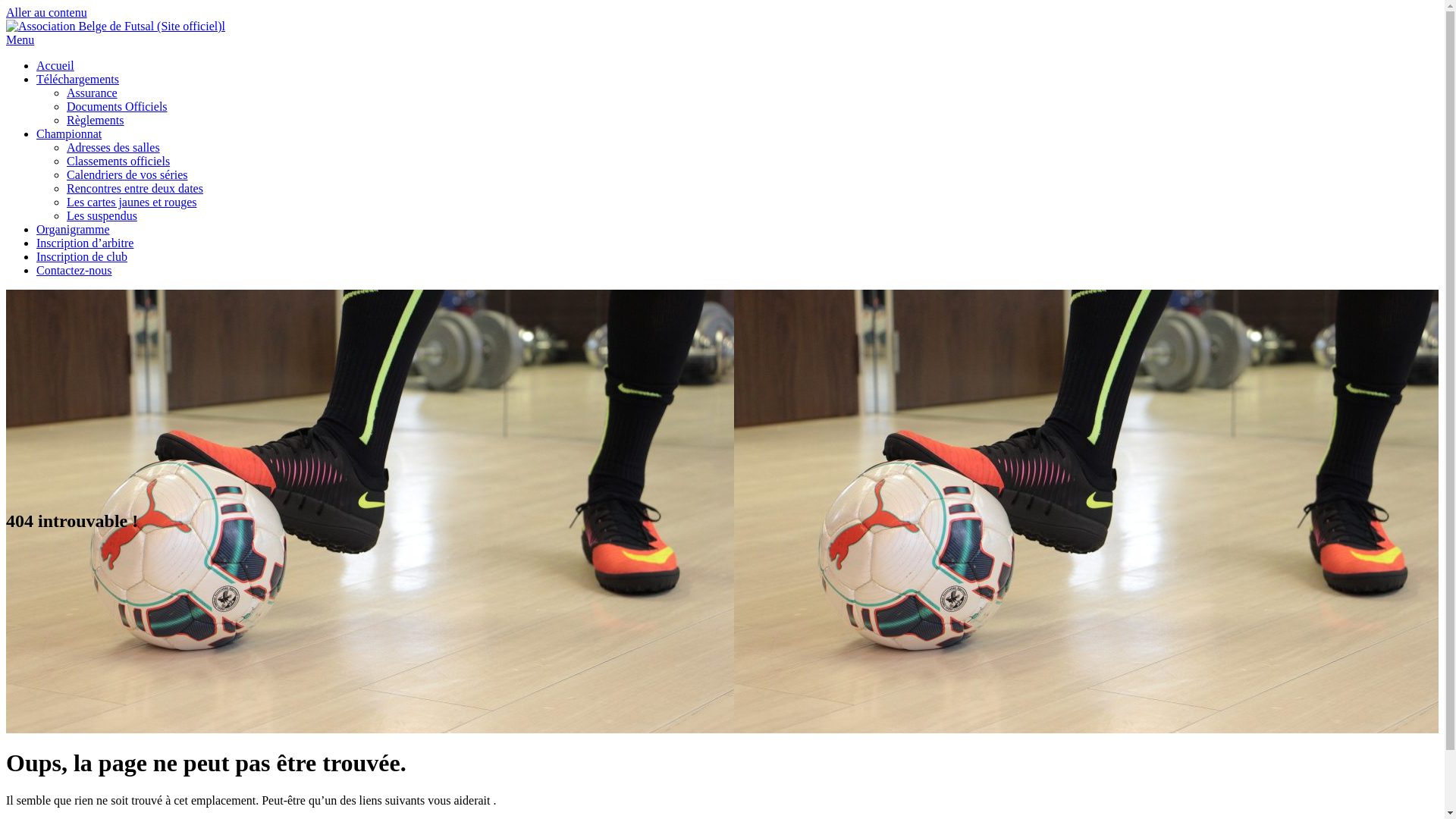 The width and height of the screenshot is (1456, 819). Describe the element at coordinates (65, 187) in the screenshot. I see `'Rencontres entre deux dates'` at that location.